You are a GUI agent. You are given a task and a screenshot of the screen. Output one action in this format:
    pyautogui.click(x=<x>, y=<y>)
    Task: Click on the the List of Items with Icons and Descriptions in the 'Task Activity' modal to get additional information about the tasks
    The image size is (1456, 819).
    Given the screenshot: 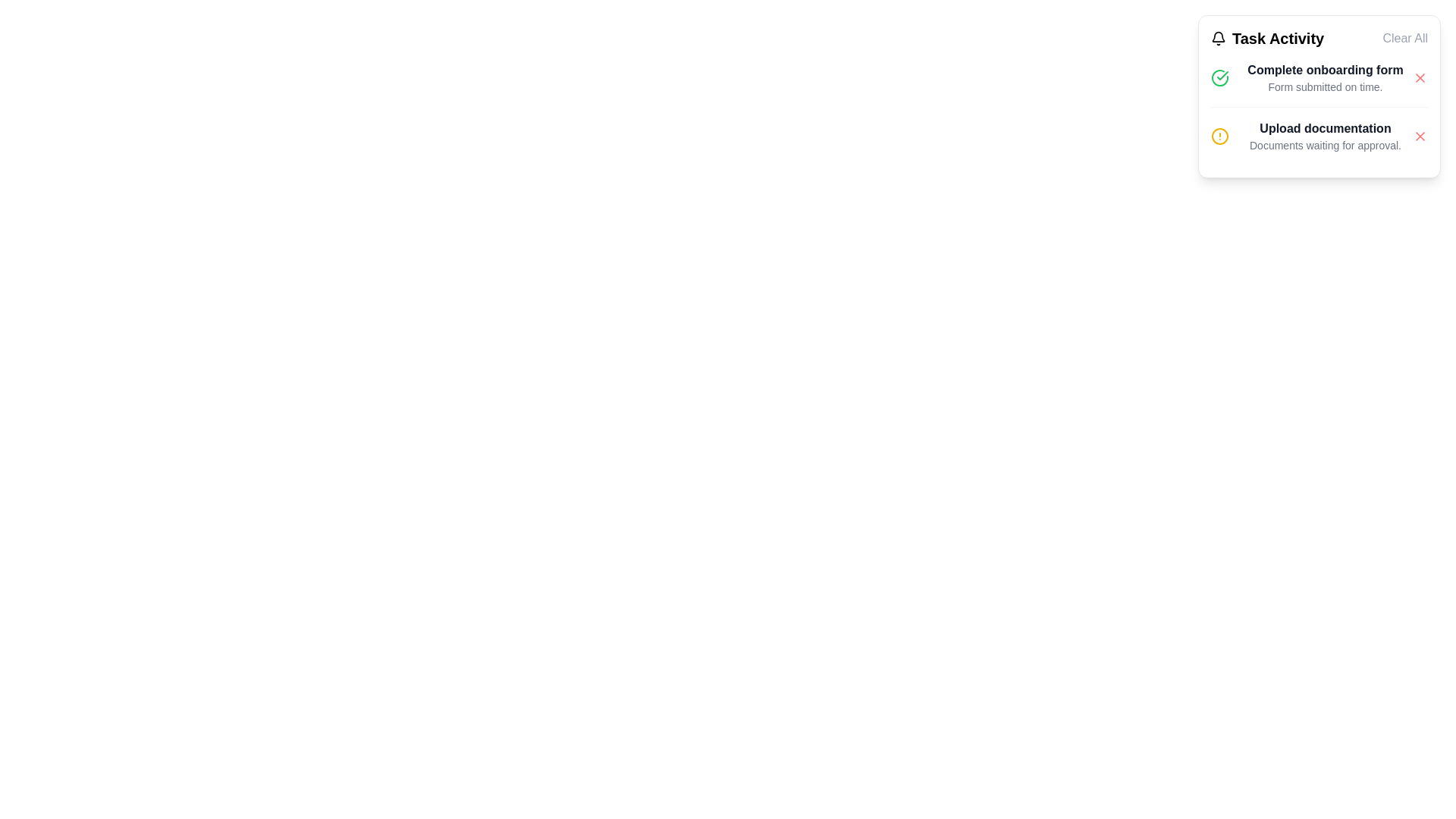 What is the action you would take?
    pyautogui.click(x=1318, y=106)
    